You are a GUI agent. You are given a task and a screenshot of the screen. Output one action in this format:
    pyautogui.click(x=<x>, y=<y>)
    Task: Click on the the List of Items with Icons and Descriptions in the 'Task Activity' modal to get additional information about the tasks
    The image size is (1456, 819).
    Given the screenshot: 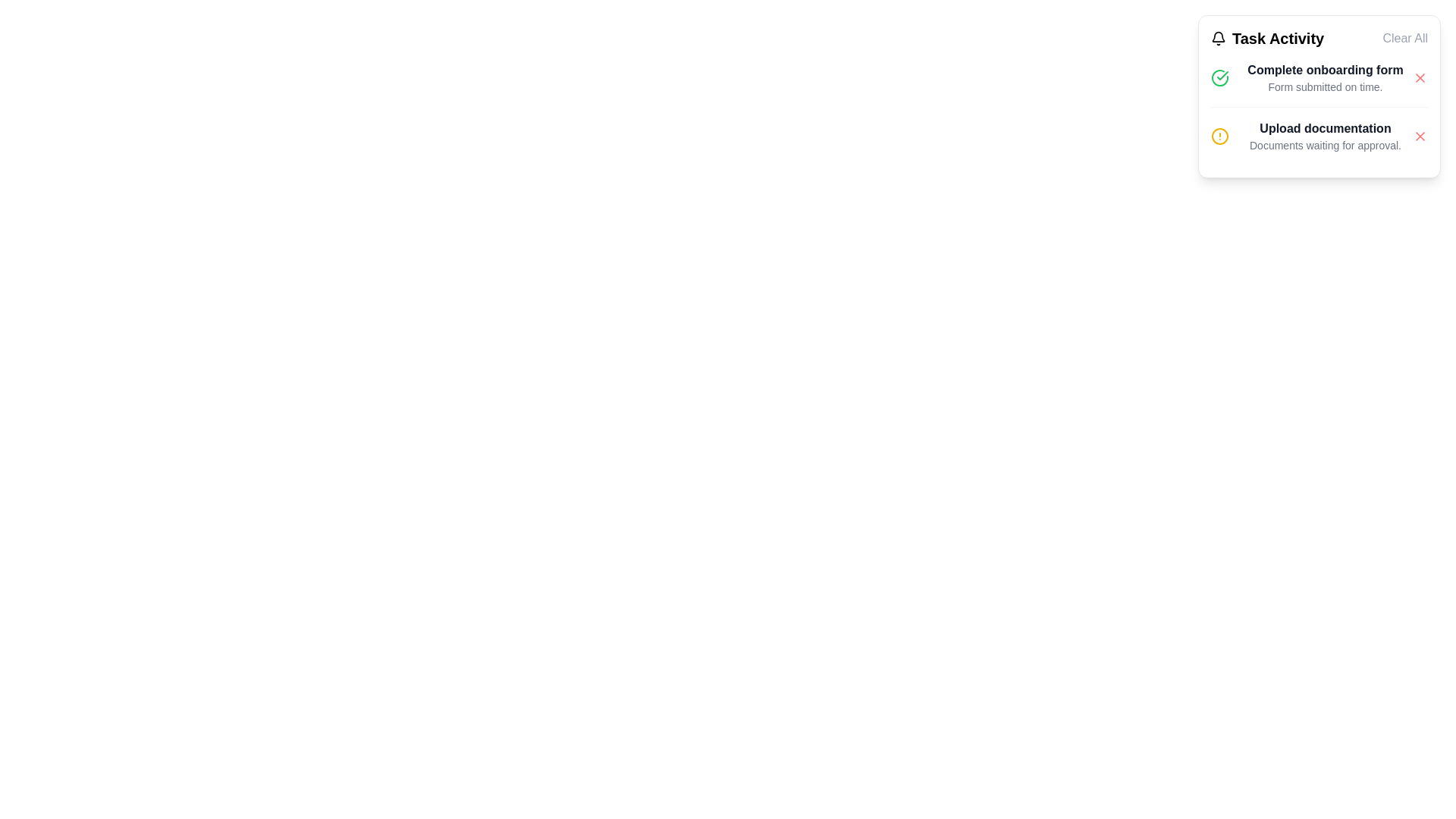 What is the action you would take?
    pyautogui.click(x=1318, y=106)
    